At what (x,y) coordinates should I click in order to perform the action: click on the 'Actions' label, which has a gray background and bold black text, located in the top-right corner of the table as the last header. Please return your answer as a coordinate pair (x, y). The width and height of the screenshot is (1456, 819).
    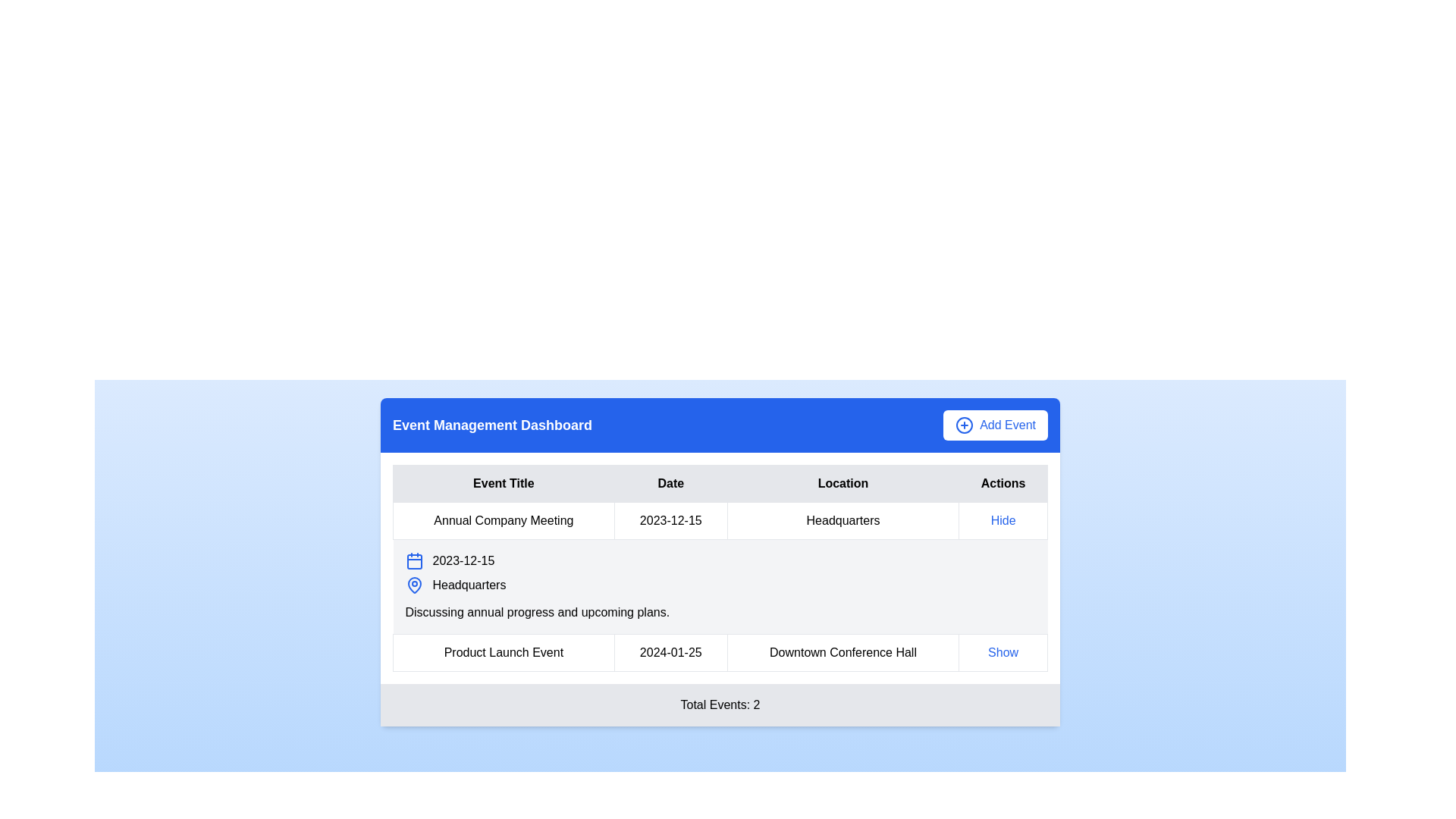
    Looking at the image, I should click on (1003, 483).